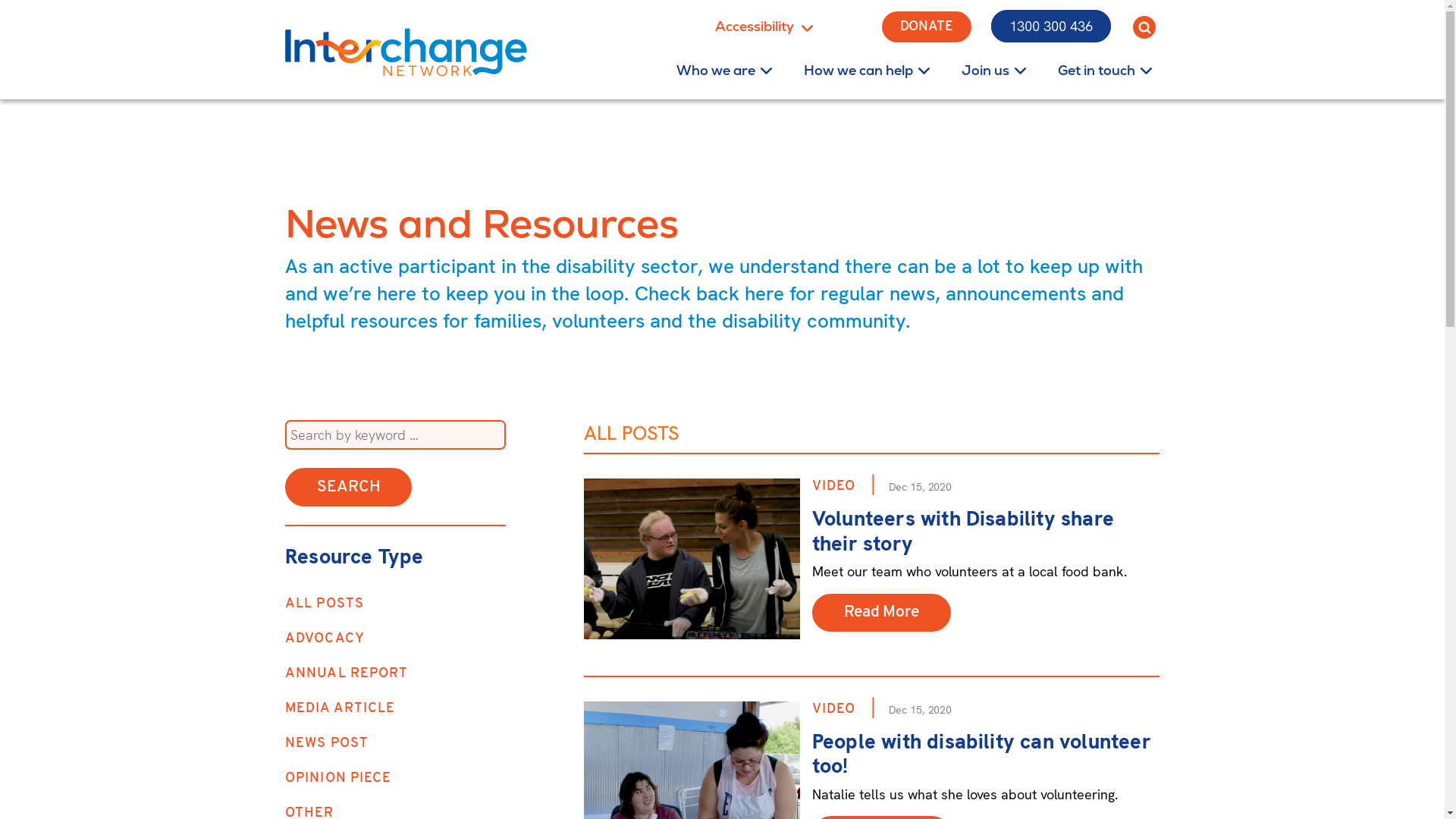 This screenshot has width=1456, height=819. What do you see at coordinates (775, 26) in the screenshot?
I see `'Accessibility'` at bounding box center [775, 26].